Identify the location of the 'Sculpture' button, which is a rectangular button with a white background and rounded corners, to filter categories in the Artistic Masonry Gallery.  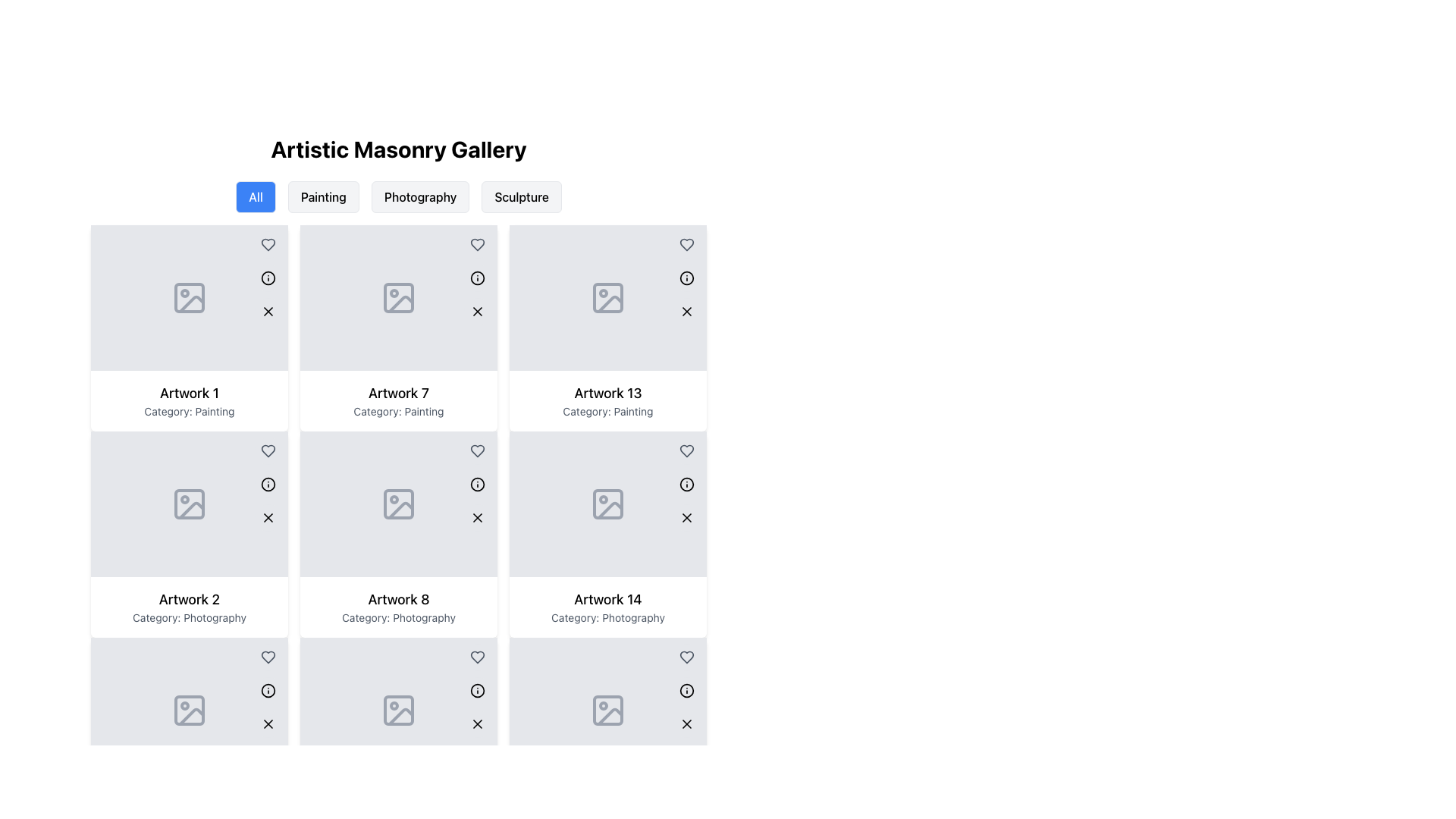
(522, 196).